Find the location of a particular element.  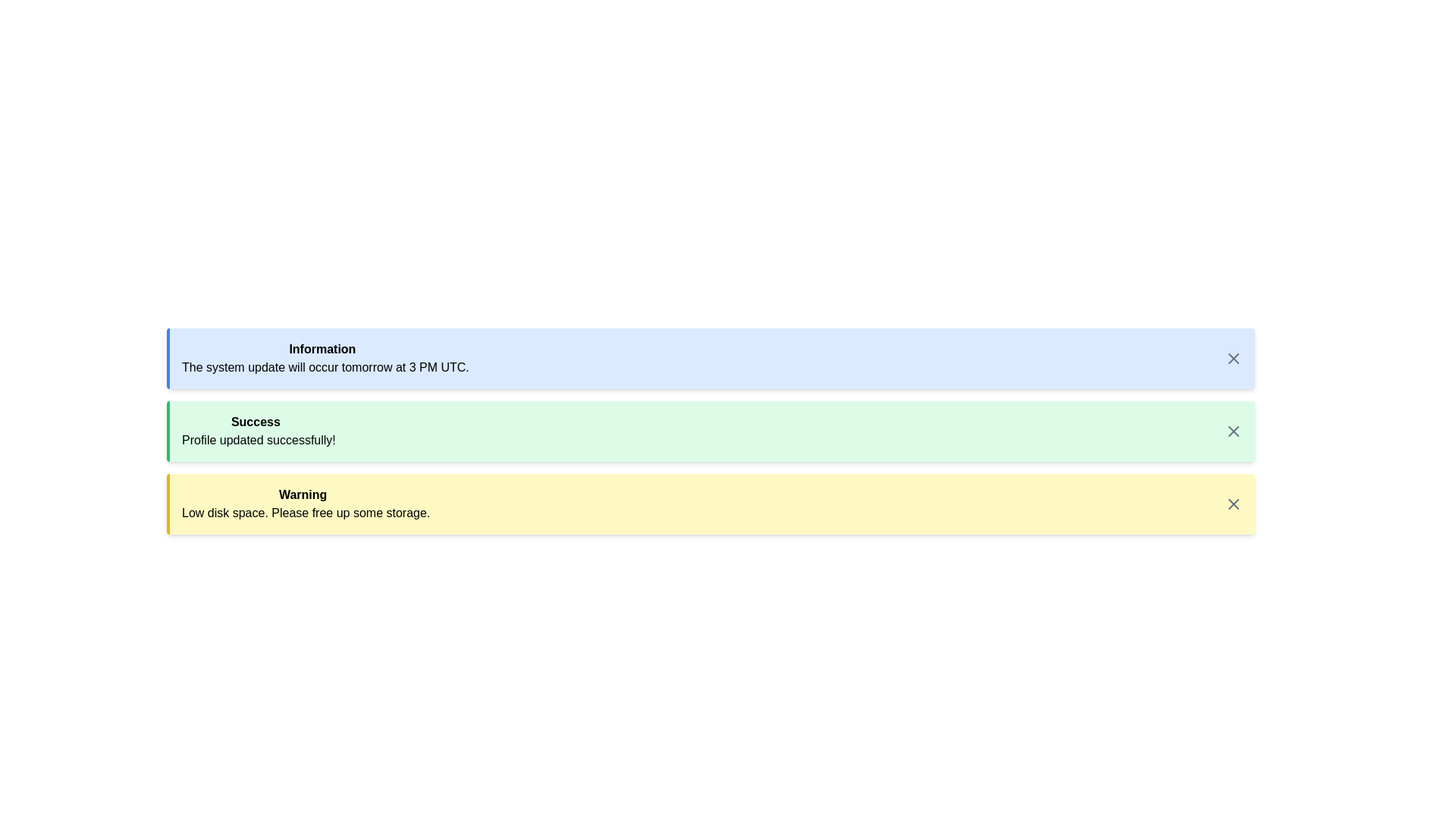

the close button icon located in the center of the green notification bar is located at coordinates (1234, 431).